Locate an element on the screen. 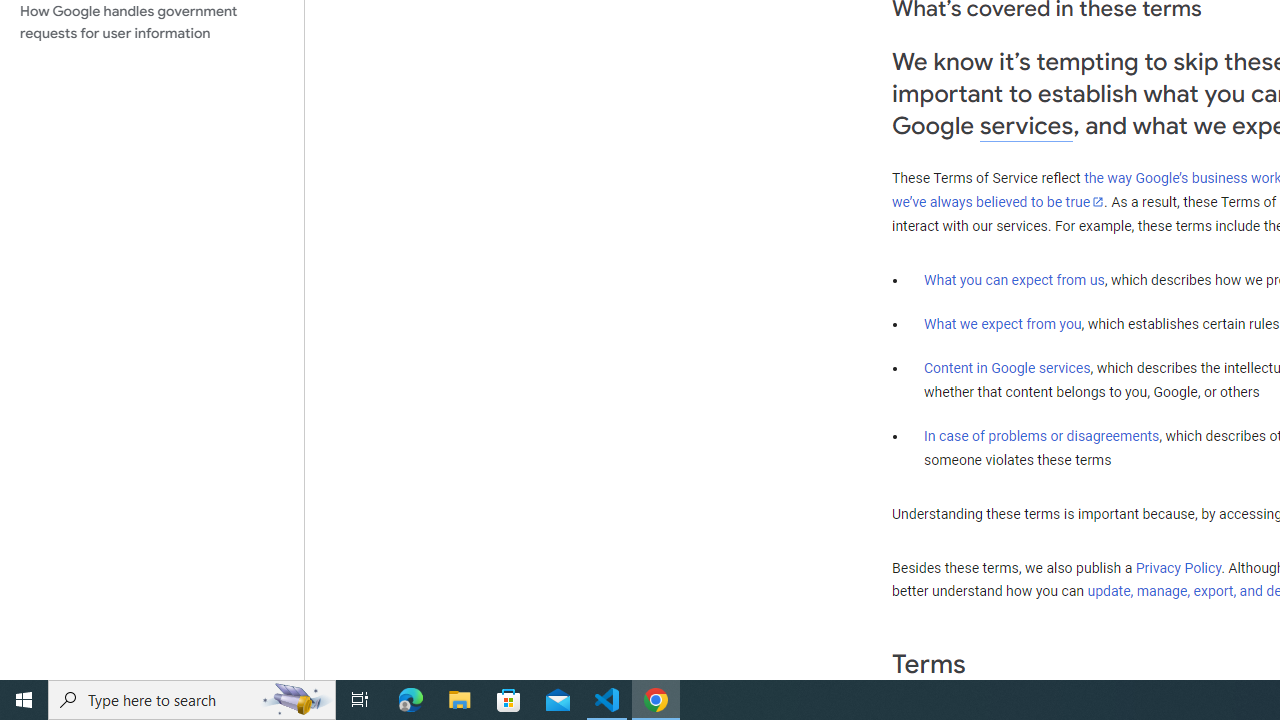 This screenshot has width=1280, height=720. 'What you can expect from us' is located at coordinates (1014, 279).